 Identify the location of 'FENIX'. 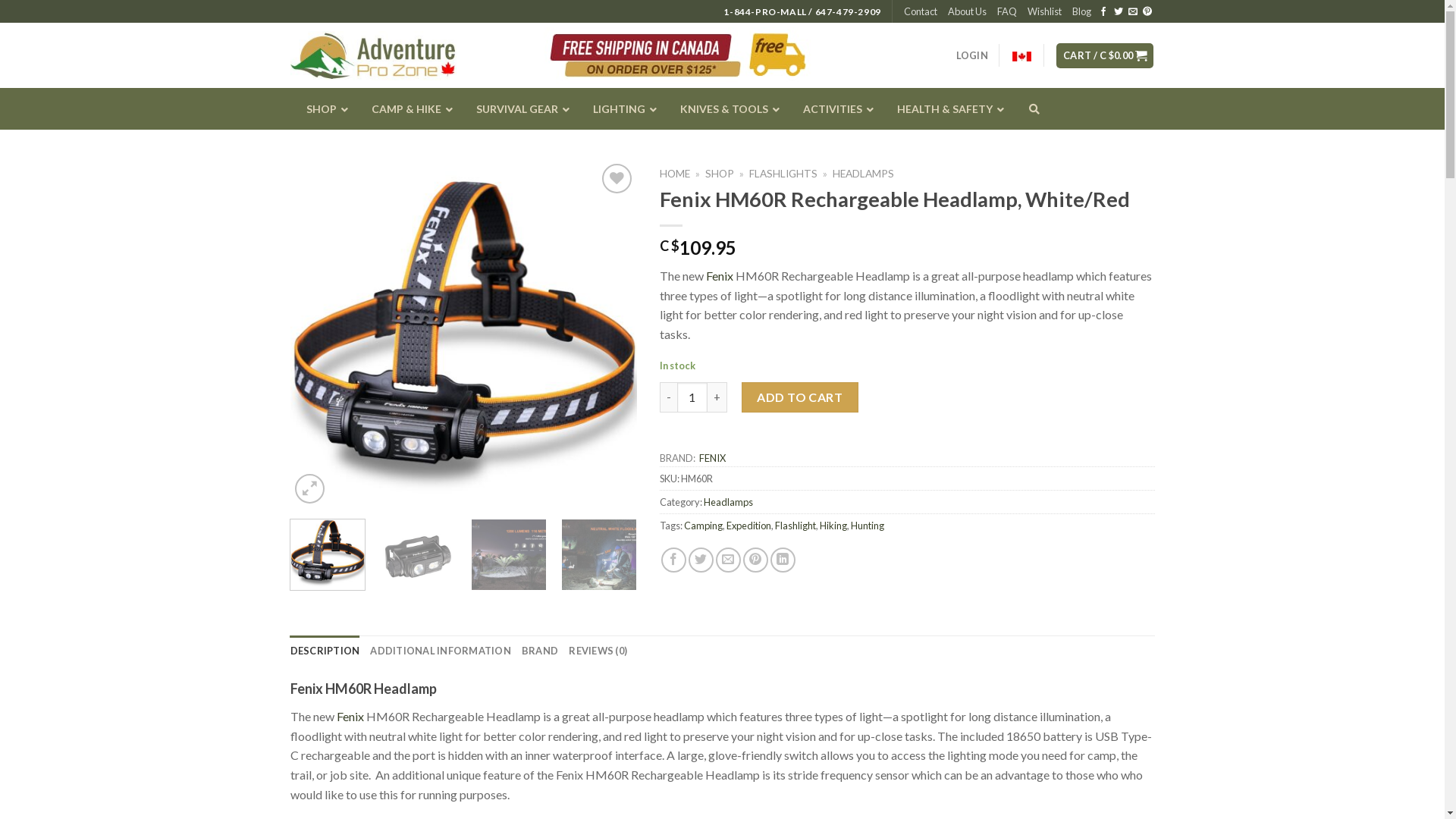
(711, 457).